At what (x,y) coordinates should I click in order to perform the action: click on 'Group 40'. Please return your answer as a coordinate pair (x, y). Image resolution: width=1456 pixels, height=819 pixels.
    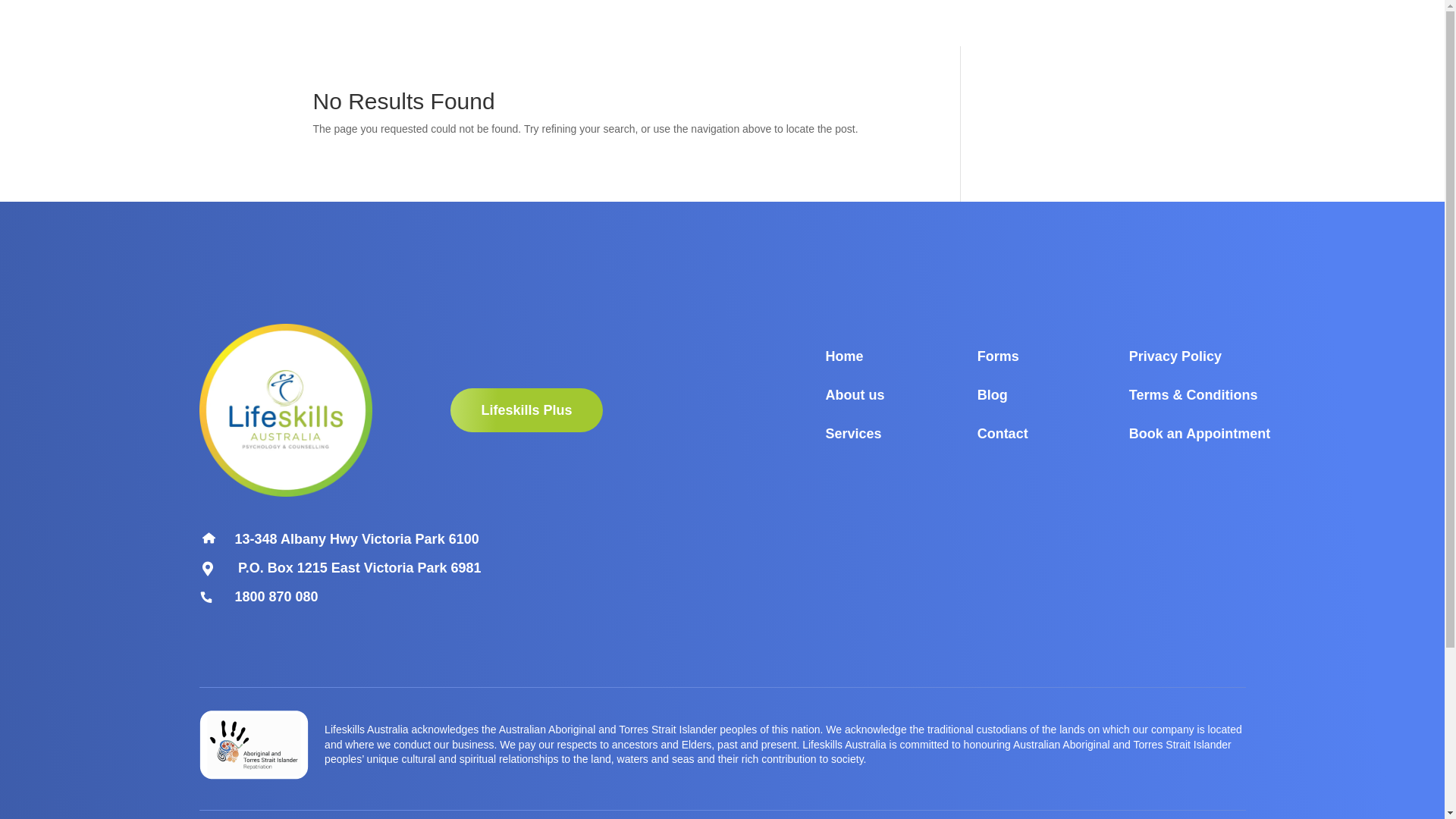
    Looking at the image, I should click on (253, 744).